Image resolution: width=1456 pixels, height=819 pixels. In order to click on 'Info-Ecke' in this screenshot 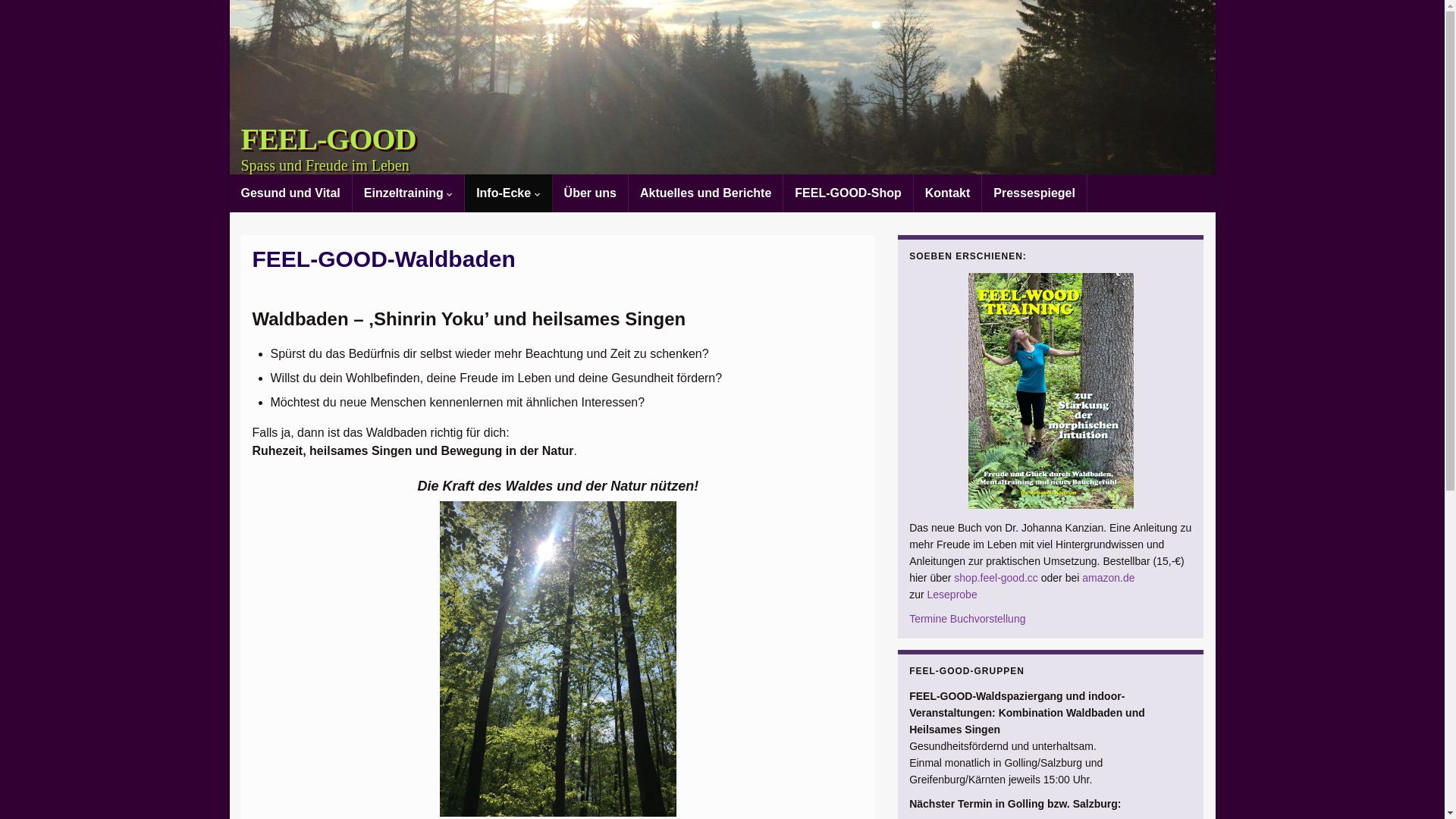, I will do `click(464, 192)`.